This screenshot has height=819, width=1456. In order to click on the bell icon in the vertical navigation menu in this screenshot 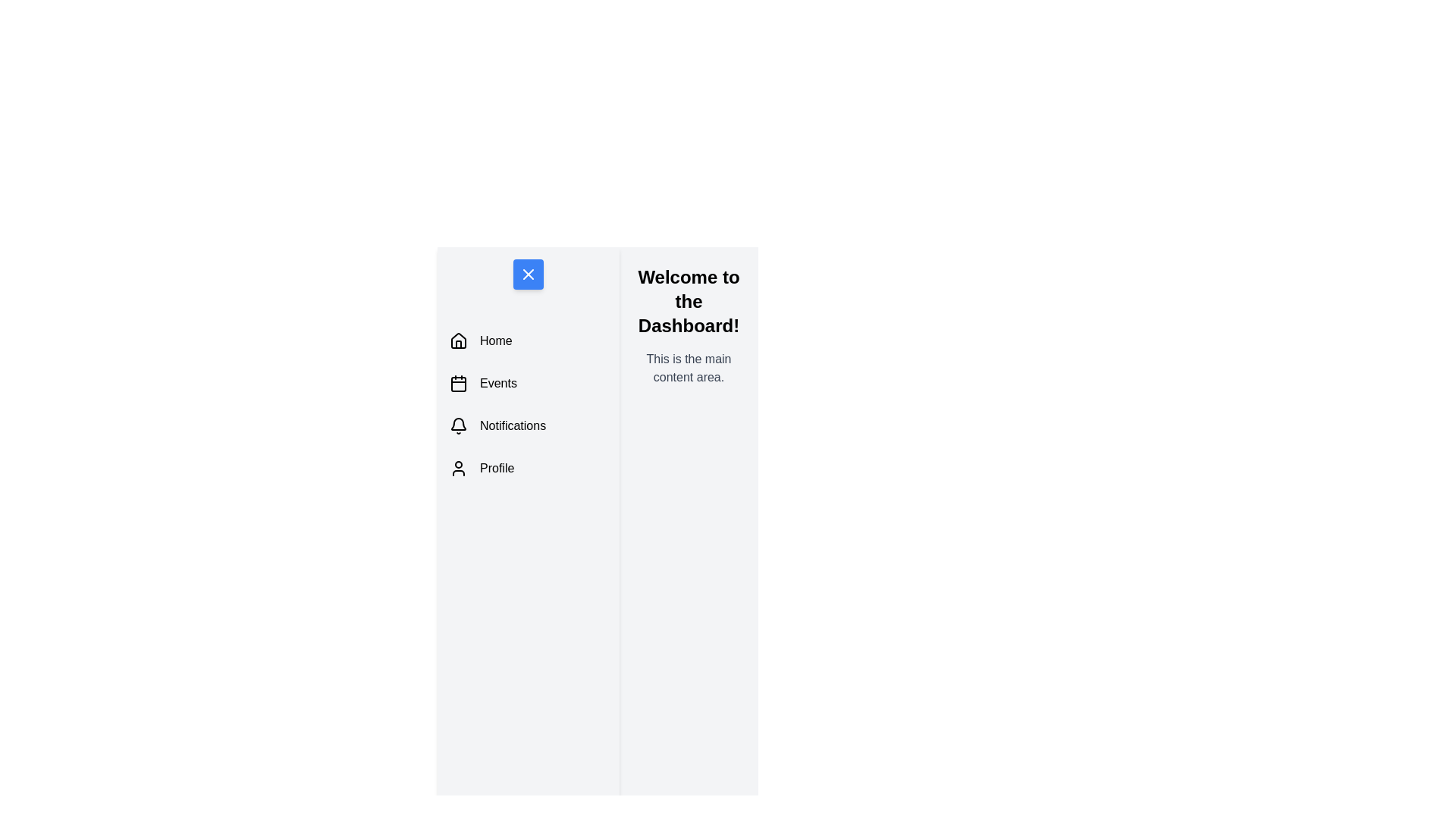, I will do `click(457, 426)`.